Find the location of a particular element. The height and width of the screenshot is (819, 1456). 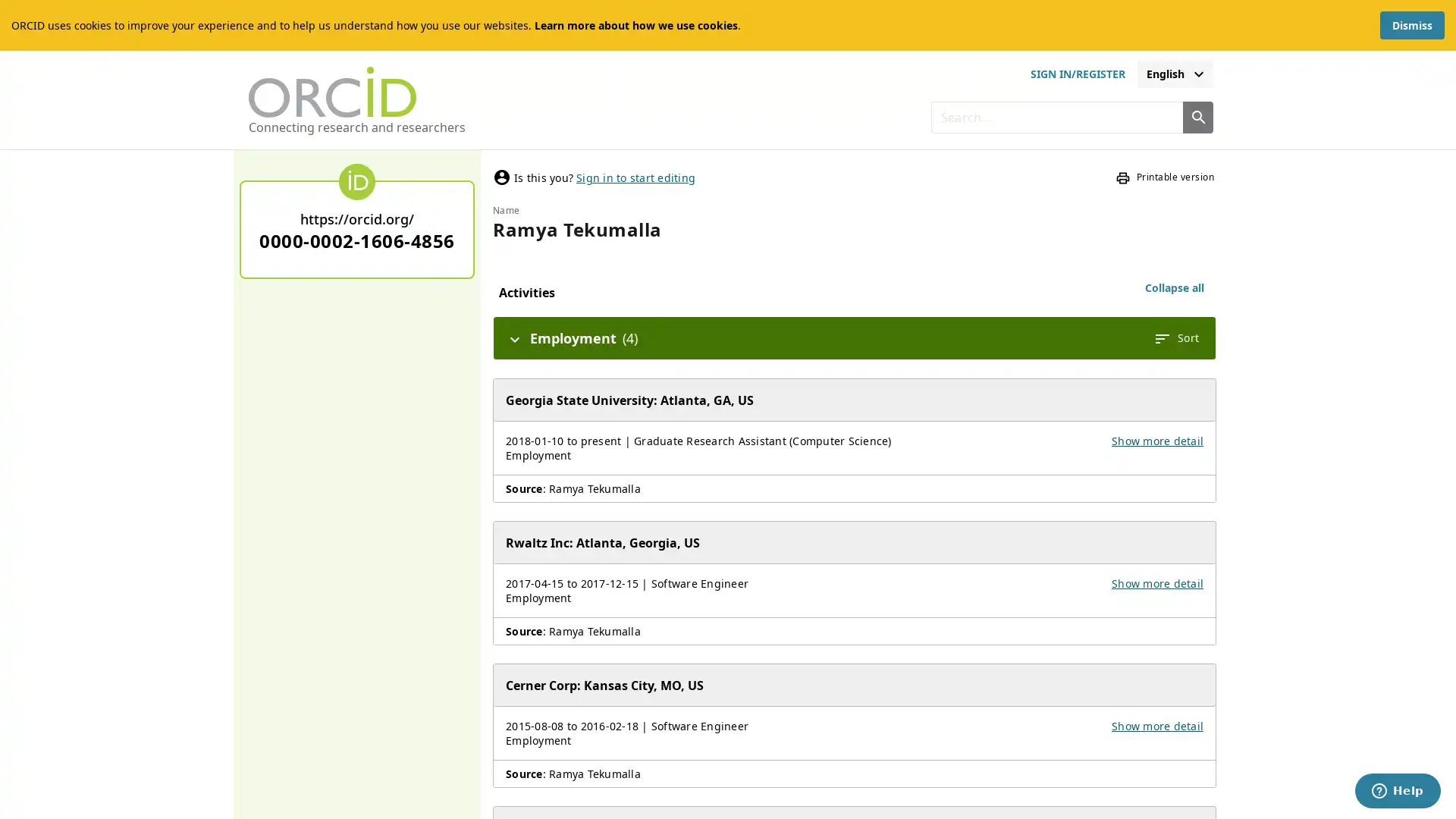

Search is located at coordinates (1197, 116).